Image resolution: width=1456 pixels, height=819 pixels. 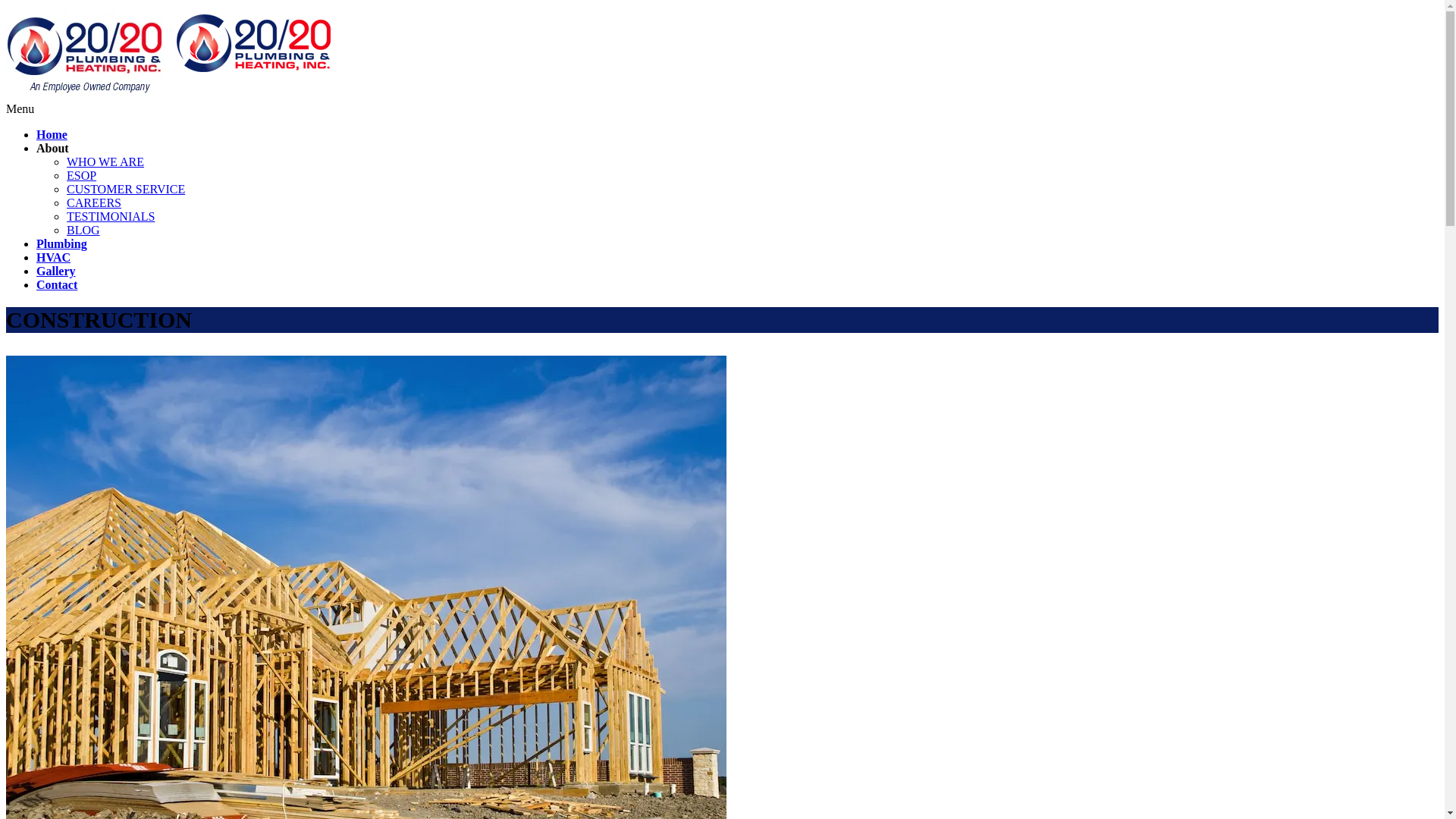 What do you see at coordinates (36, 133) in the screenshot?
I see `'Home'` at bounding box center [36, 133].